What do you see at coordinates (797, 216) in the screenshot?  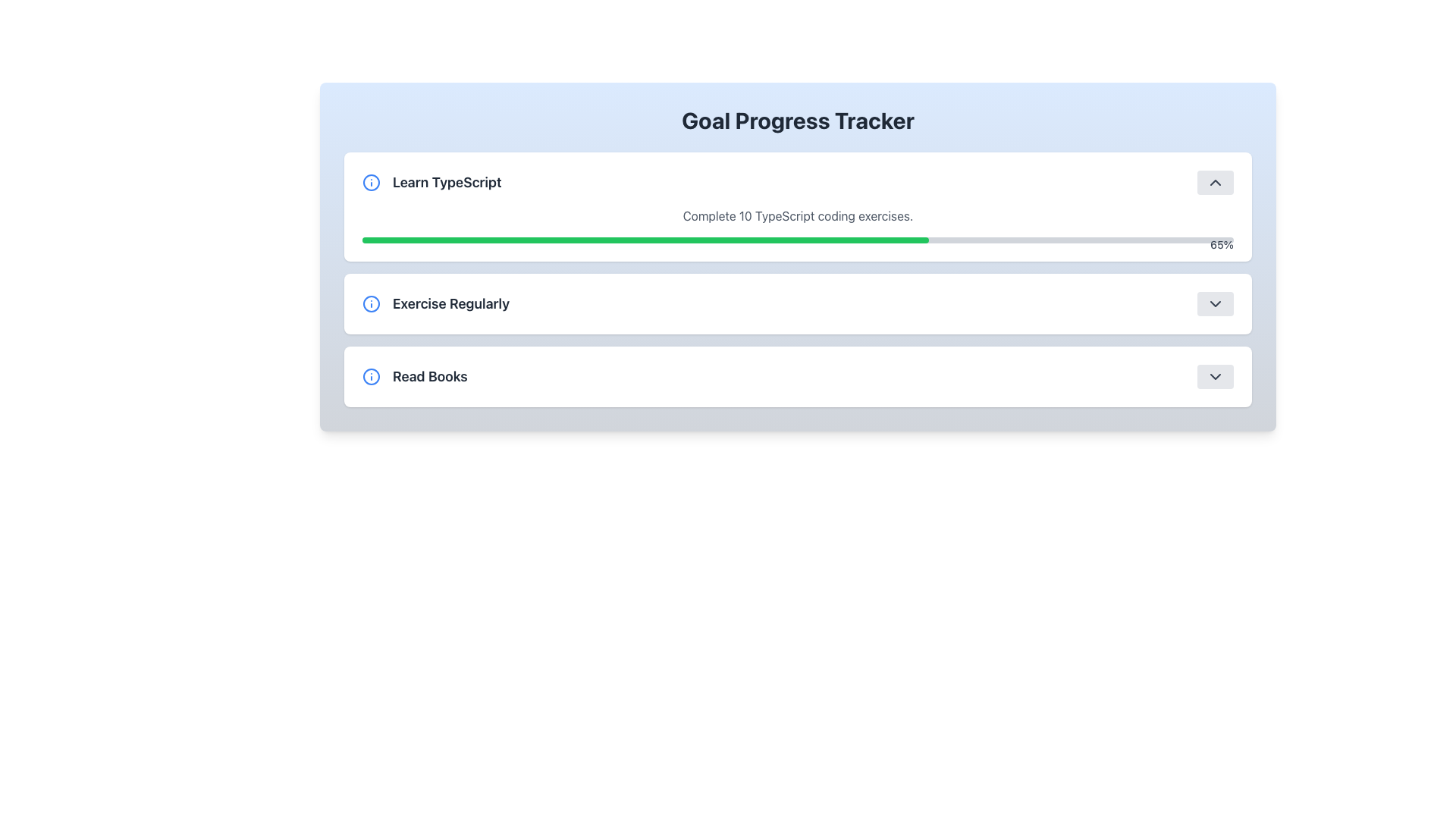 I see `the static text element reading 'Complete 10 TypeScript coding exercises.' located in the 'Learn TypeScript' section of the progress tracker interface` at bounding box center [797, 216].